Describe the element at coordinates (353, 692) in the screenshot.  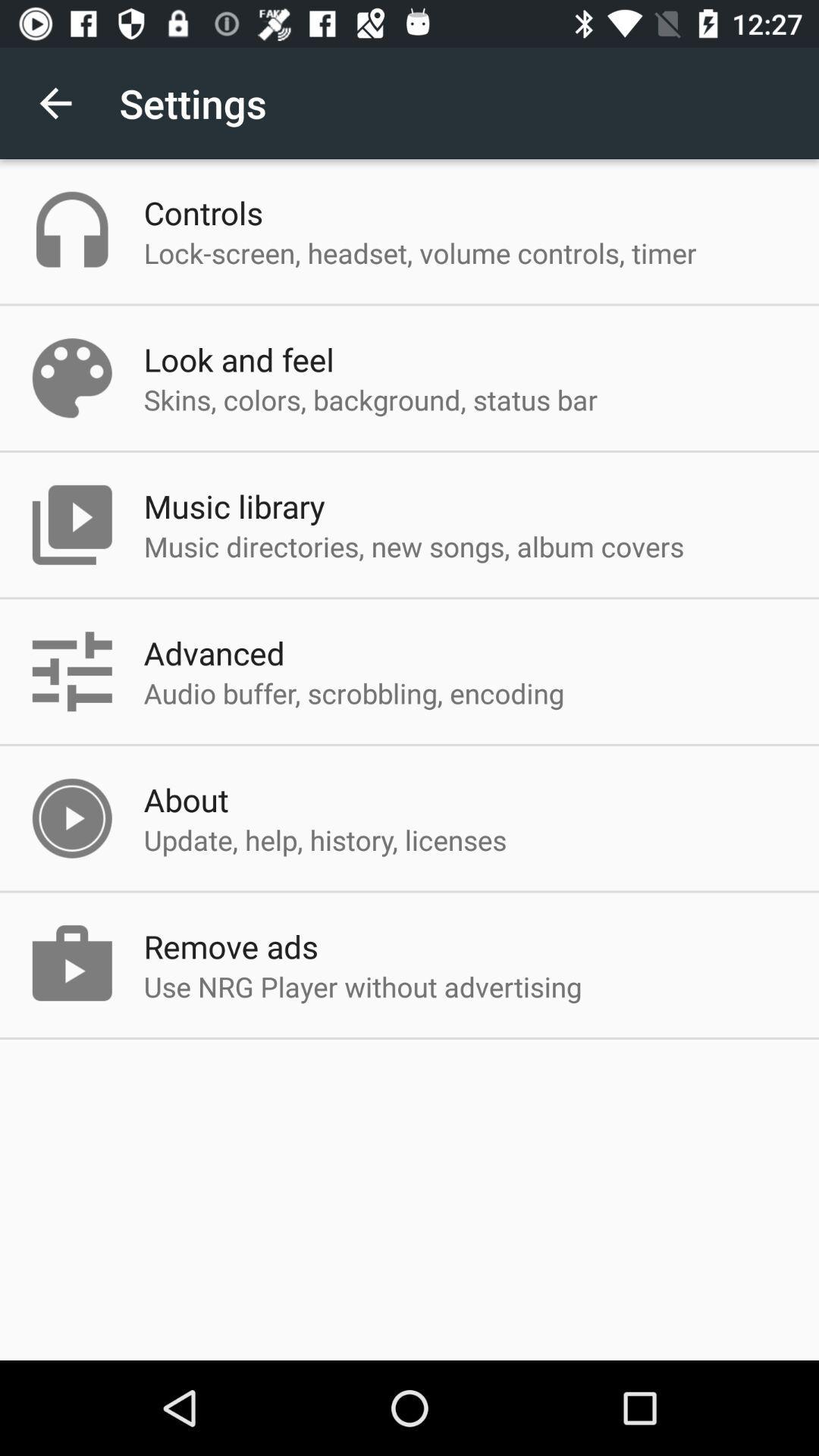
I see `icon above about icon` at that location.